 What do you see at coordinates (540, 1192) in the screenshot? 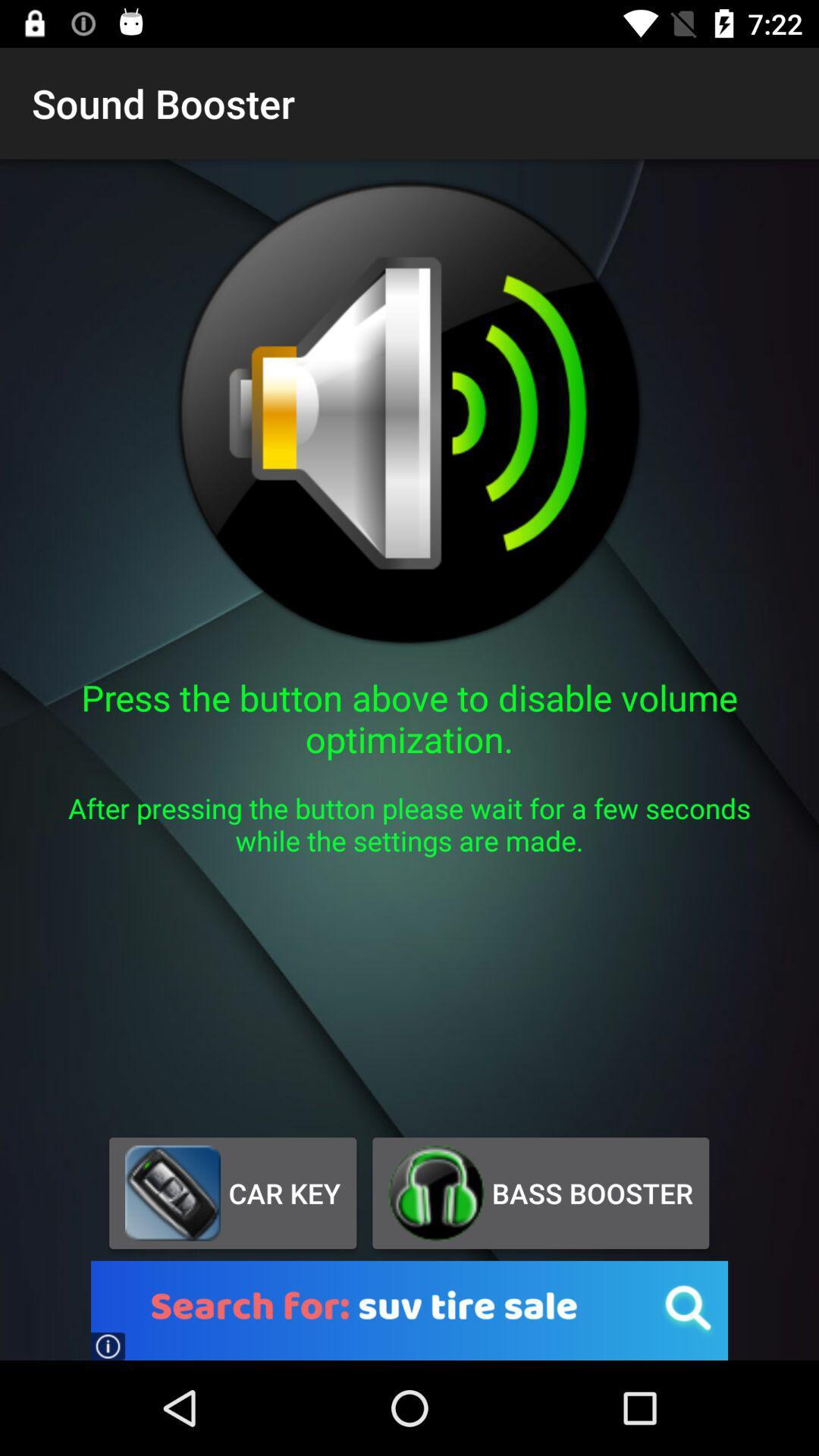
I see `button to the right of car key icon` at bounding box center [540, 1192].